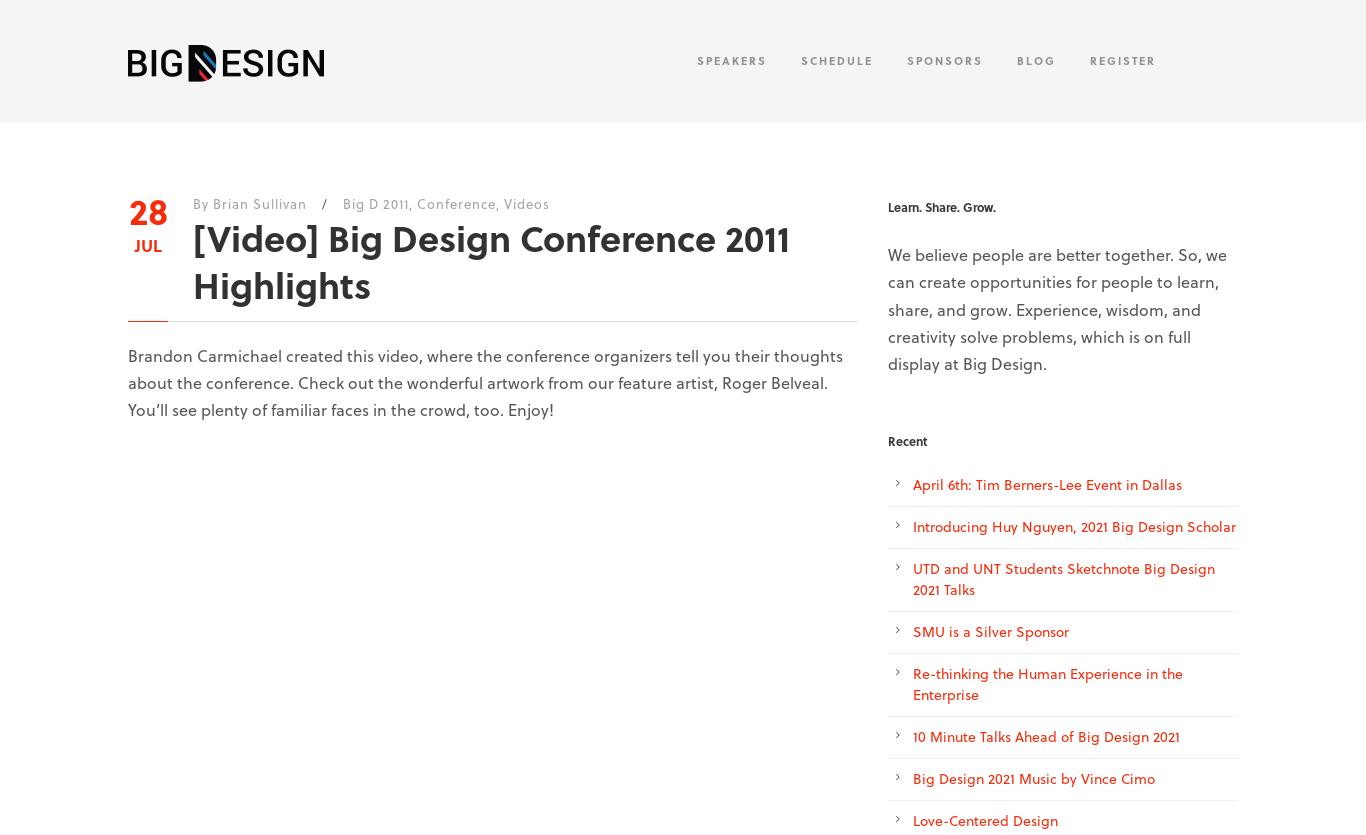 The height and width of the screenshot is (835, 1366). Describe the element at coordinates (259, 203) in the screenshot. I see `'Brian Sullivan'` at that location.